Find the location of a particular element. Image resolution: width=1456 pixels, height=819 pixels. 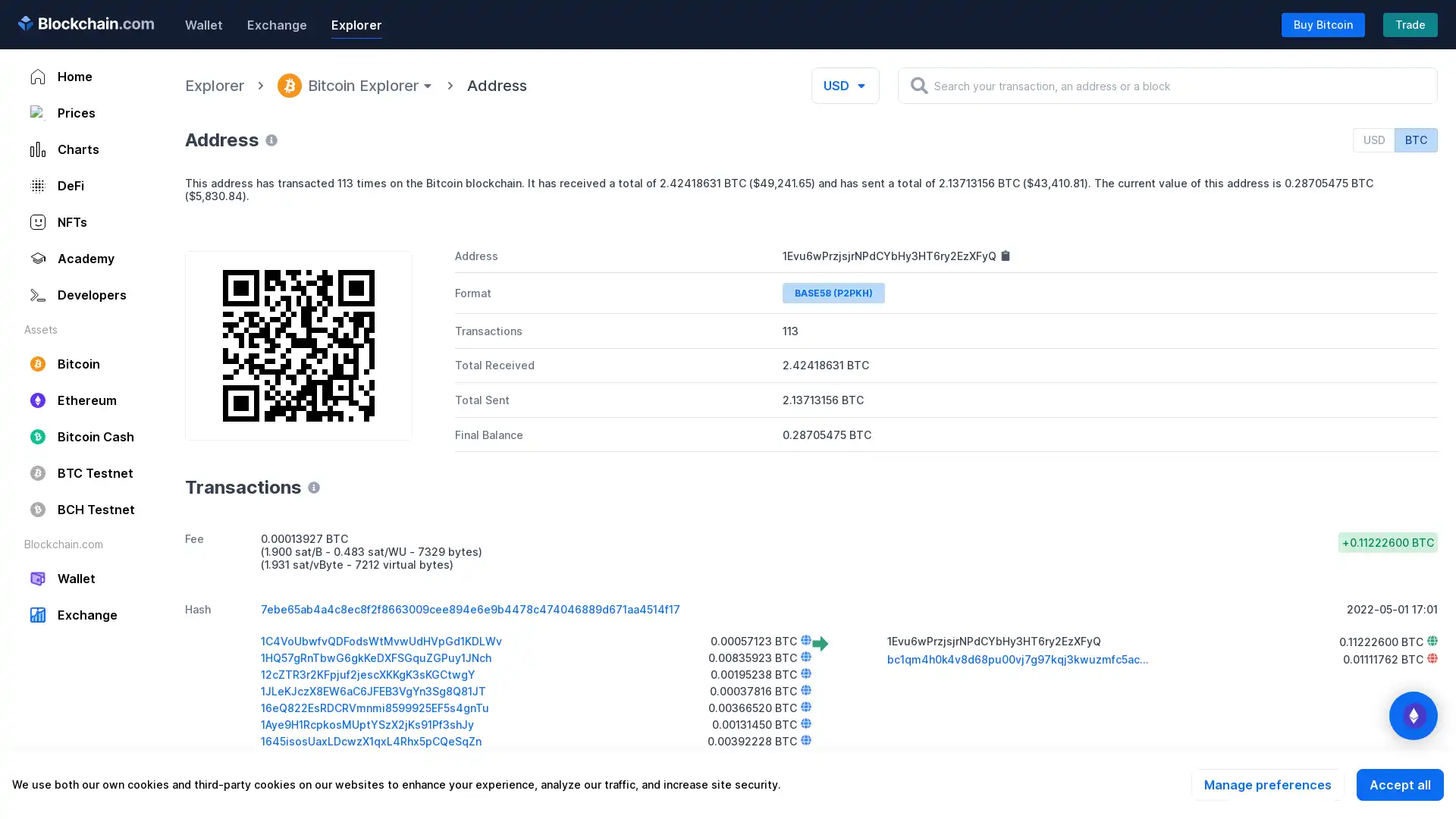

Accept all is located at coordinates (1399, 784).